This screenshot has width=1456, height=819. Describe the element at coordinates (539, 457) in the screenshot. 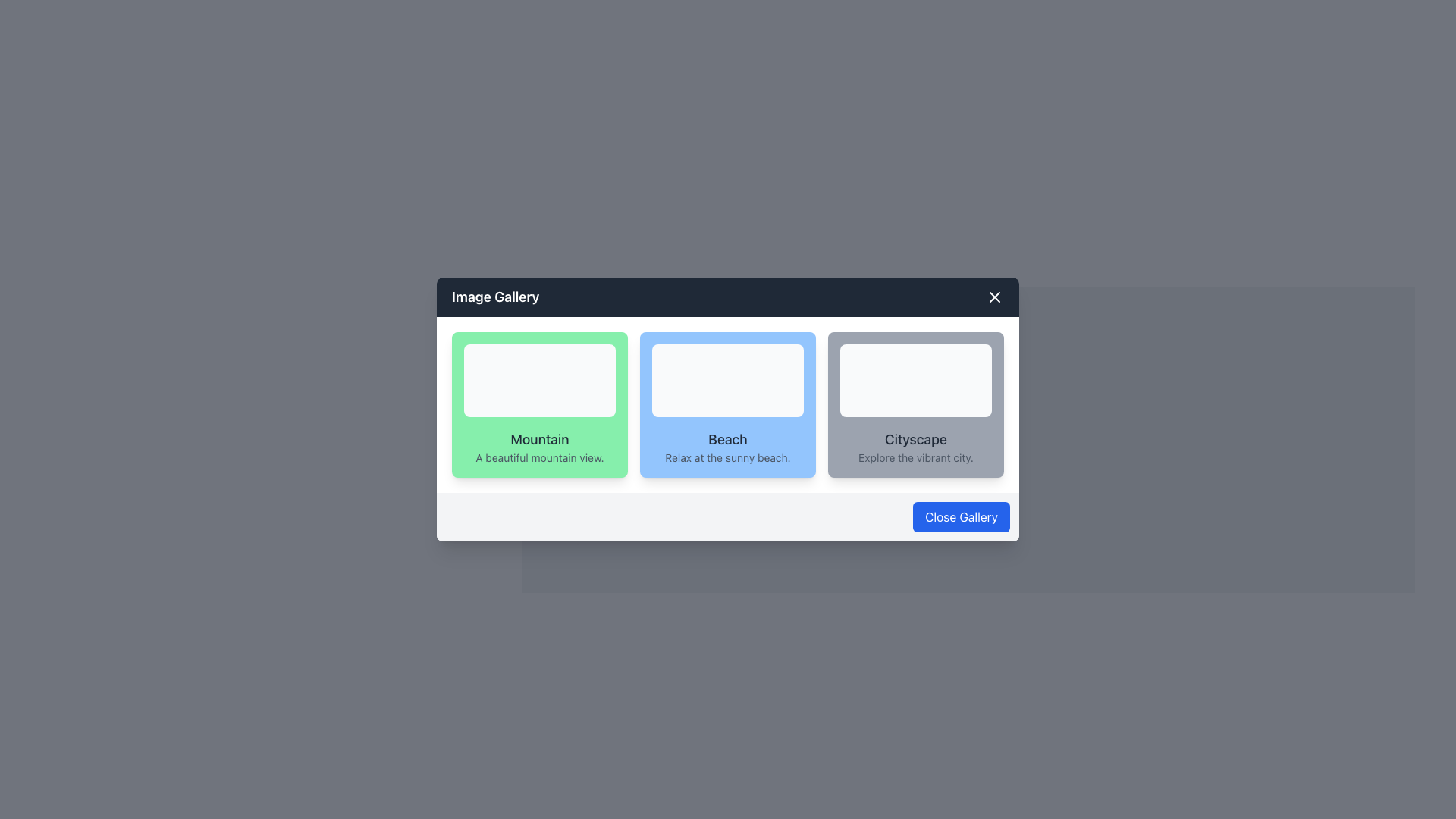

I see `the small textual label displaying 'A beautiful mountain view.' which is positioned below the 'Mountain' label within a card component in a vertically stacked layout` at that location.